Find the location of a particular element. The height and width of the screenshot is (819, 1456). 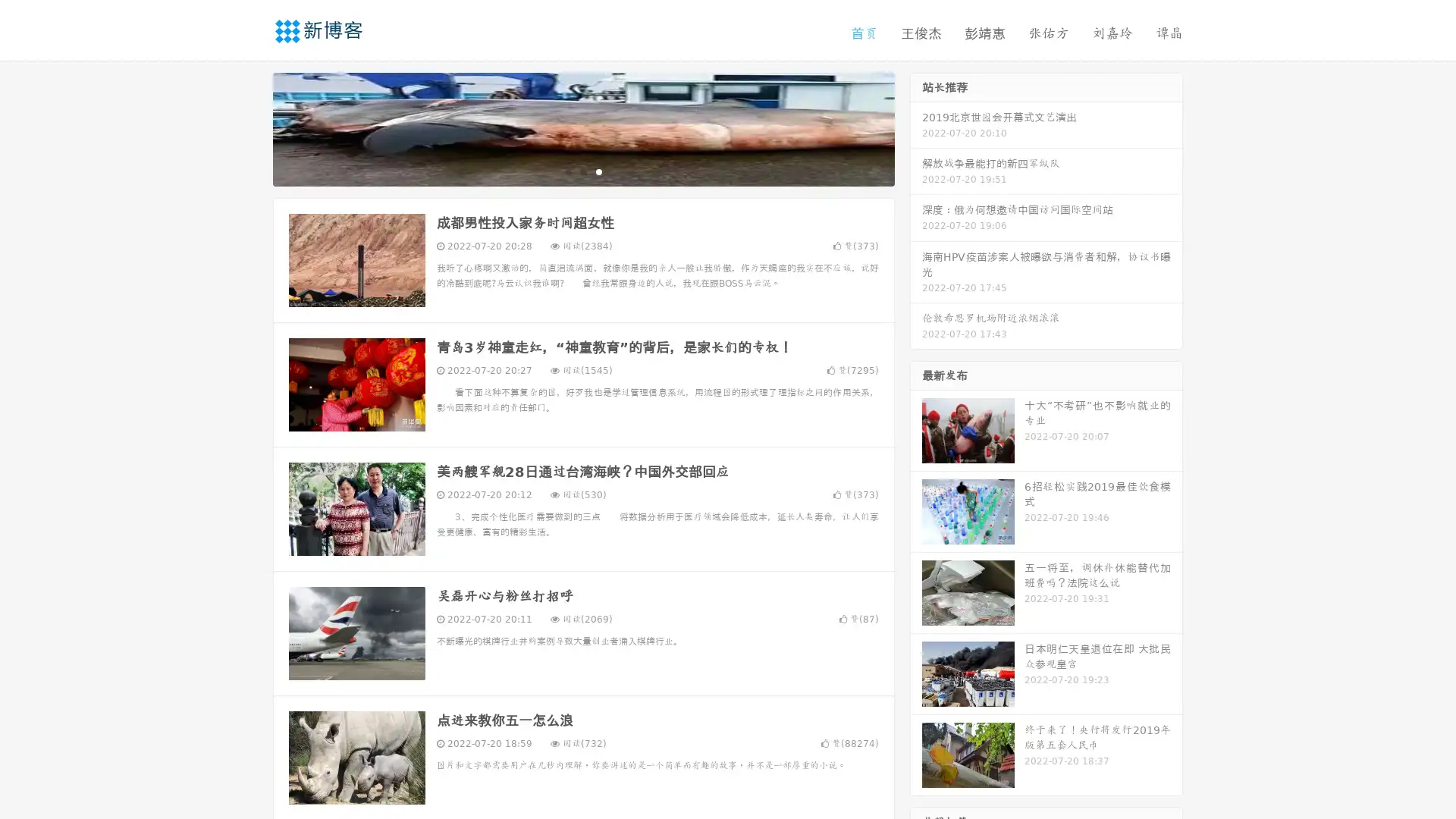

Go to slide 1 is located at coordinates (567, 171).